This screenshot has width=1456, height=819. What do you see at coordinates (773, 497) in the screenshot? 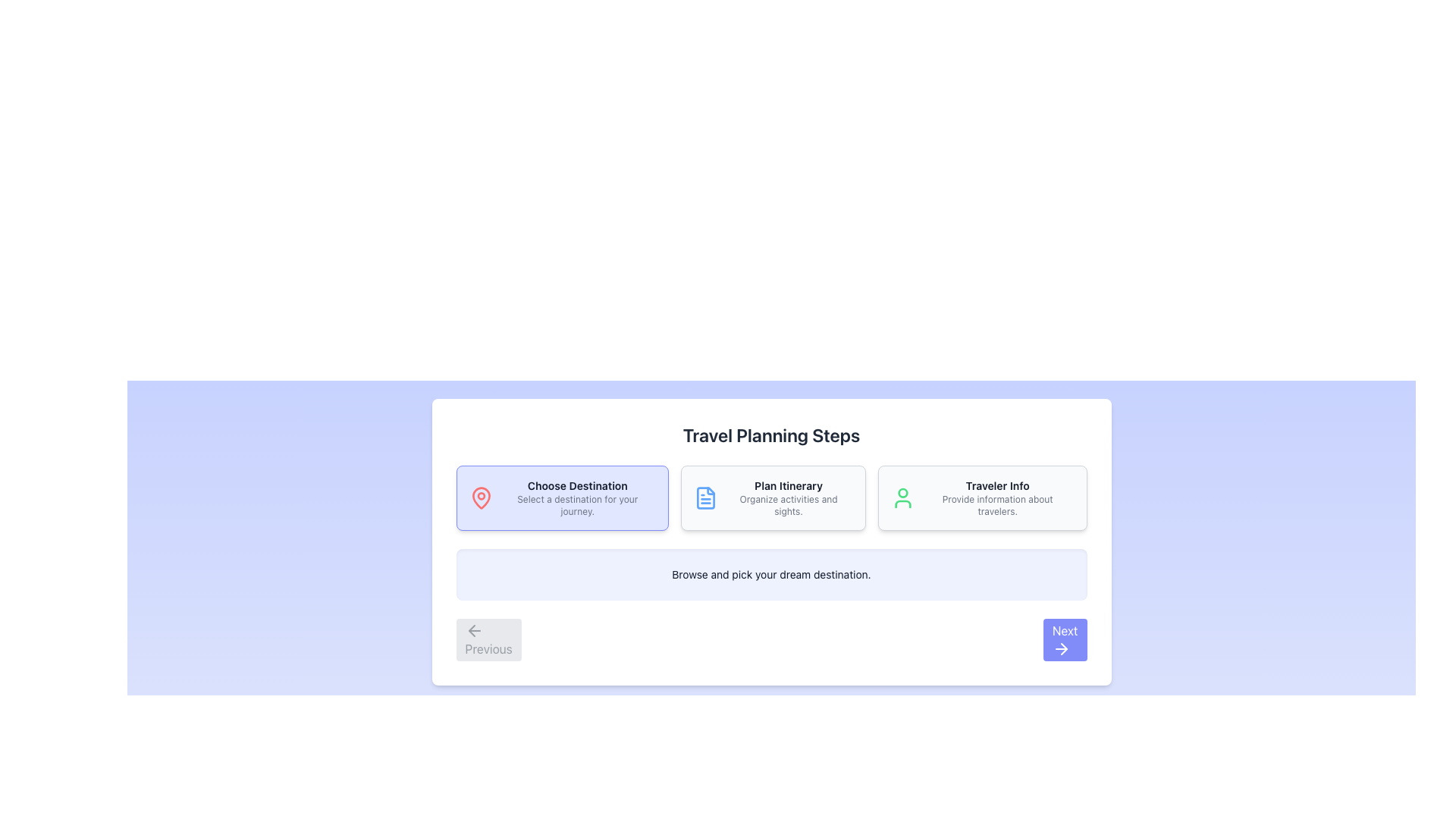
I see `the middle selectable card in the travel planning steps section, which is positioned between the 'Choose Destination' and 'Traveler Info' cards` at bounding box center [773, 497].